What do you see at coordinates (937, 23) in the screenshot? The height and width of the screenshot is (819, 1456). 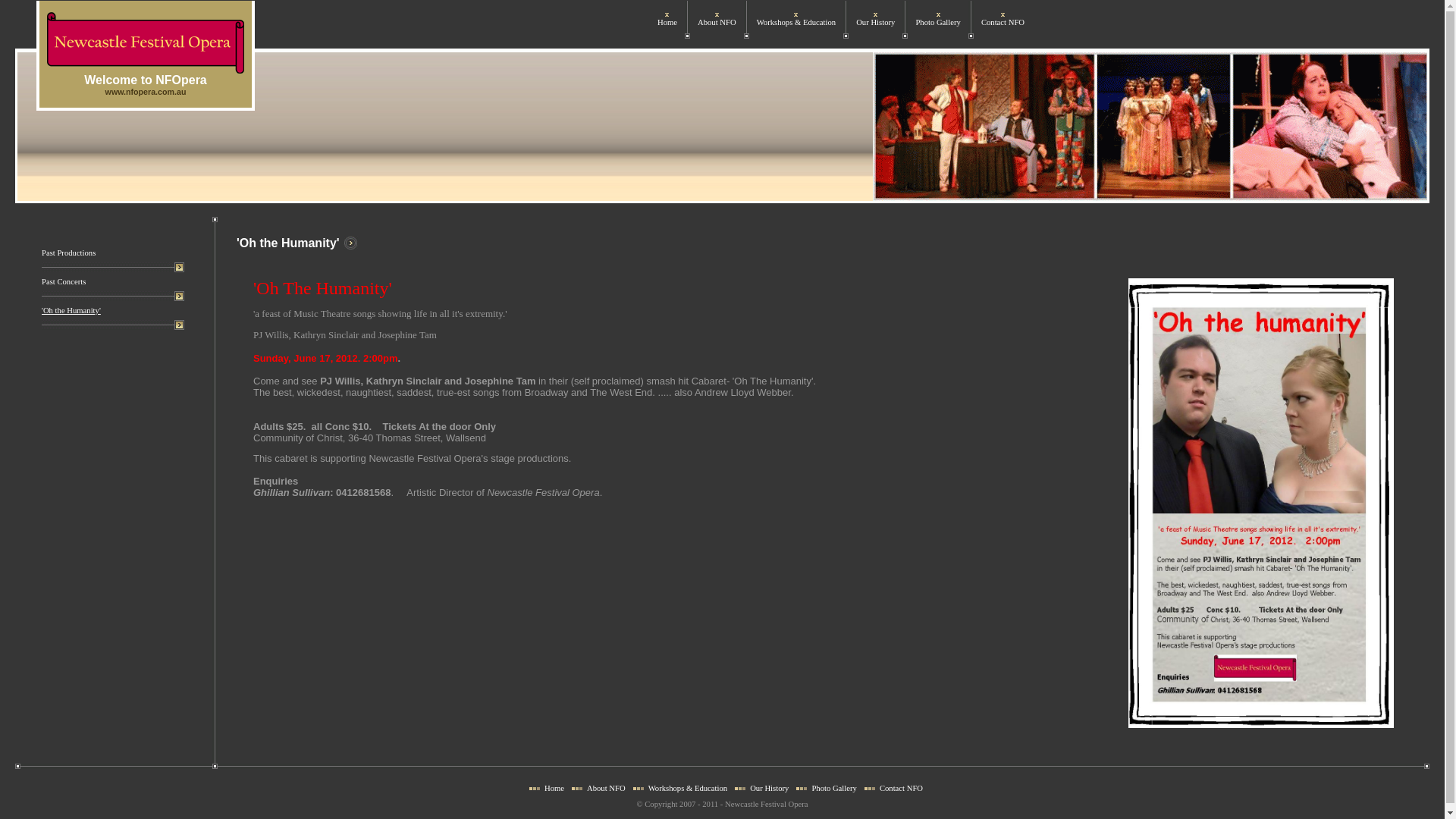 I see `'Photo Gallery'` at bounding box center [937, 23].